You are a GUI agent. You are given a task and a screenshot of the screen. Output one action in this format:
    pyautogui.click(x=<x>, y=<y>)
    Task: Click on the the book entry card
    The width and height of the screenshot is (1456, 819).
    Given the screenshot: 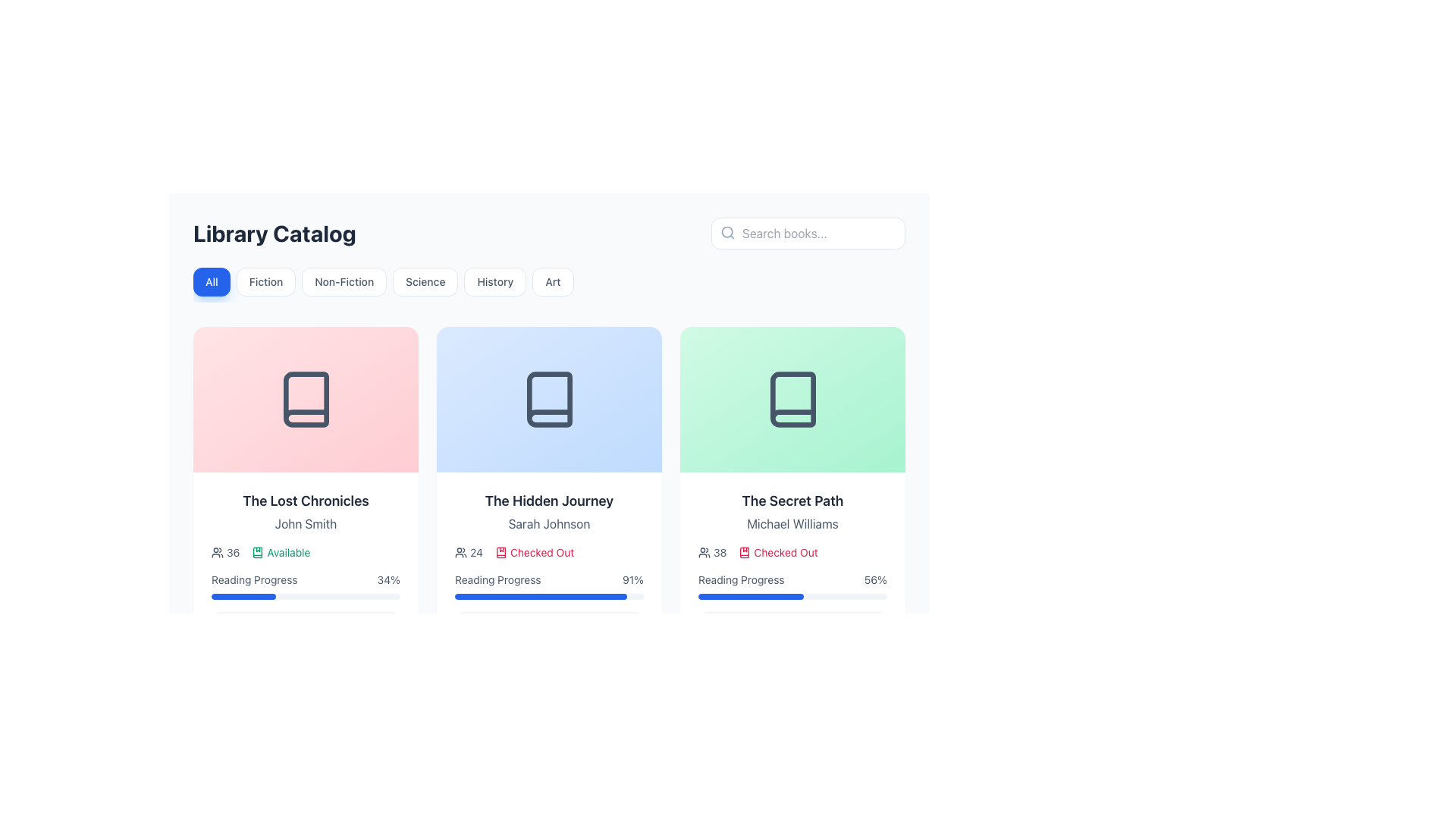 What is the action you would take?
    pyautogui.click(x=305, y=566)
    